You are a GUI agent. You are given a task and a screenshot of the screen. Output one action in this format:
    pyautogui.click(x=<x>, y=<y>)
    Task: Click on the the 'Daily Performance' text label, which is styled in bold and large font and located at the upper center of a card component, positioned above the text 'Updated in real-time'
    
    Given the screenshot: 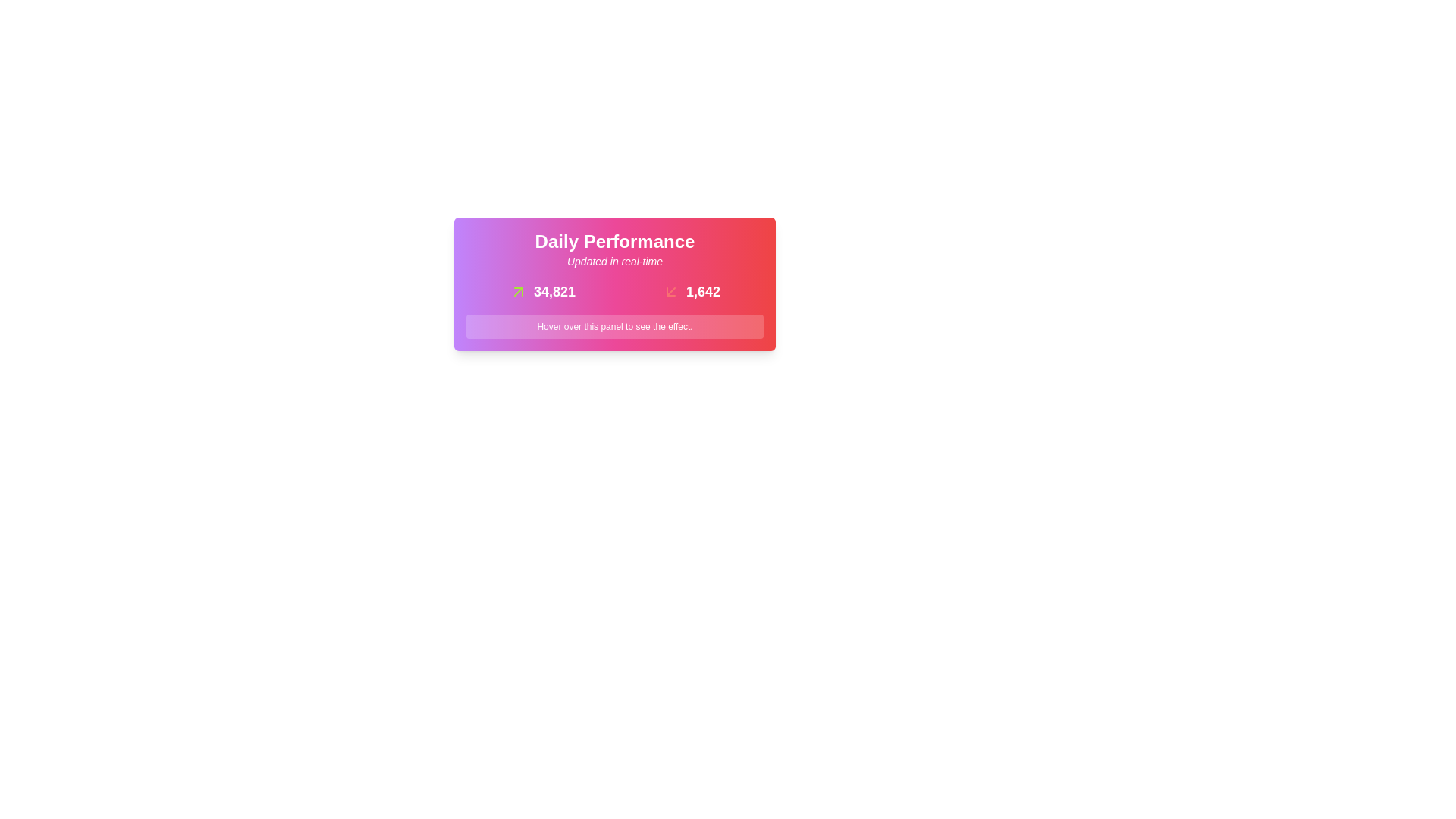 What is the action you would take?
    pyautogui.click(x=615, y=241)
    